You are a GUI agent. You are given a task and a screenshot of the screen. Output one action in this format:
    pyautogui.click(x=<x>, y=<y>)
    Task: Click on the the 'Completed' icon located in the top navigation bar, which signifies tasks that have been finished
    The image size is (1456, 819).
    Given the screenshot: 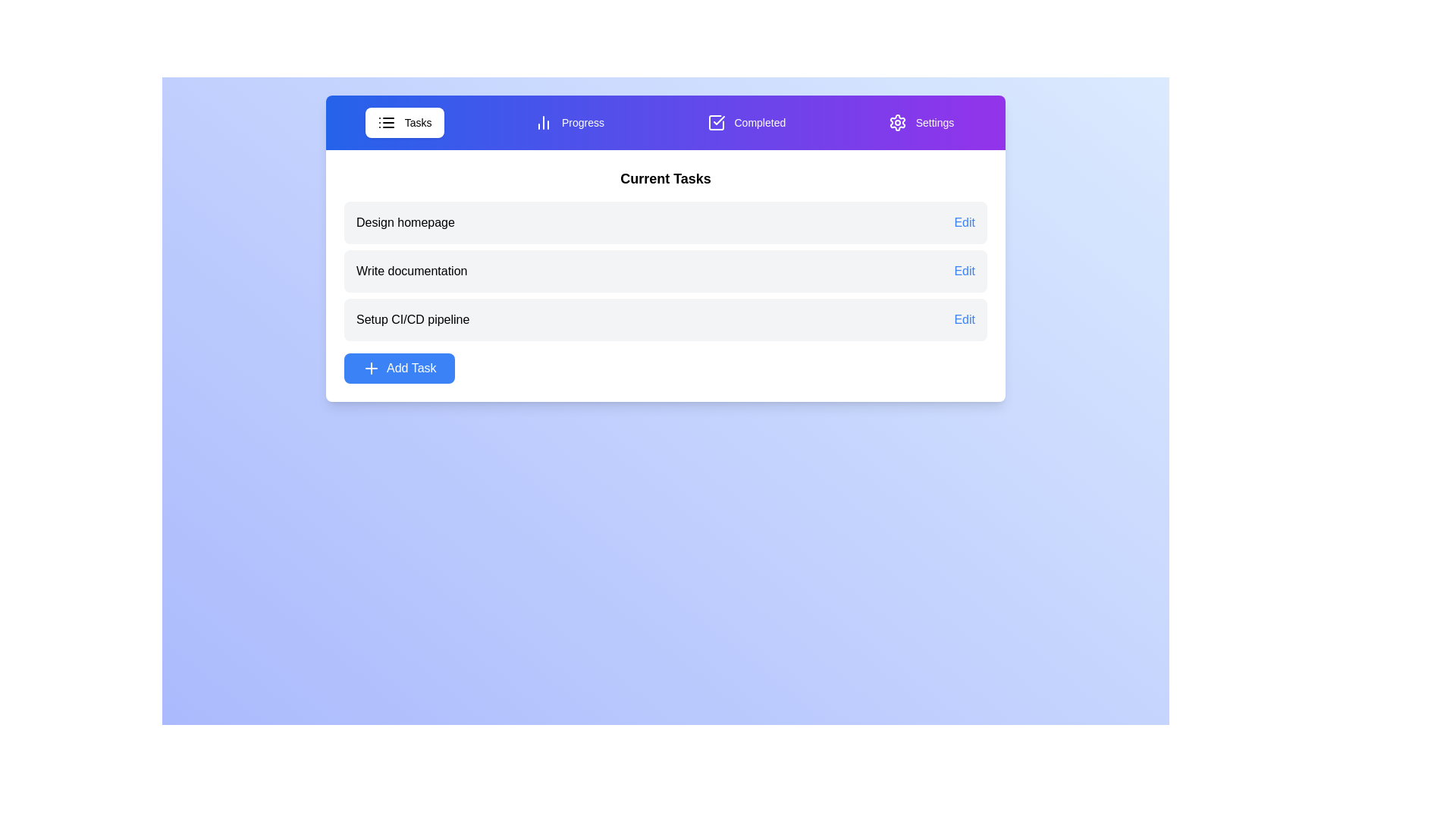 What is the action you would take?
    pyautogui.click(x=715, y=122)
    